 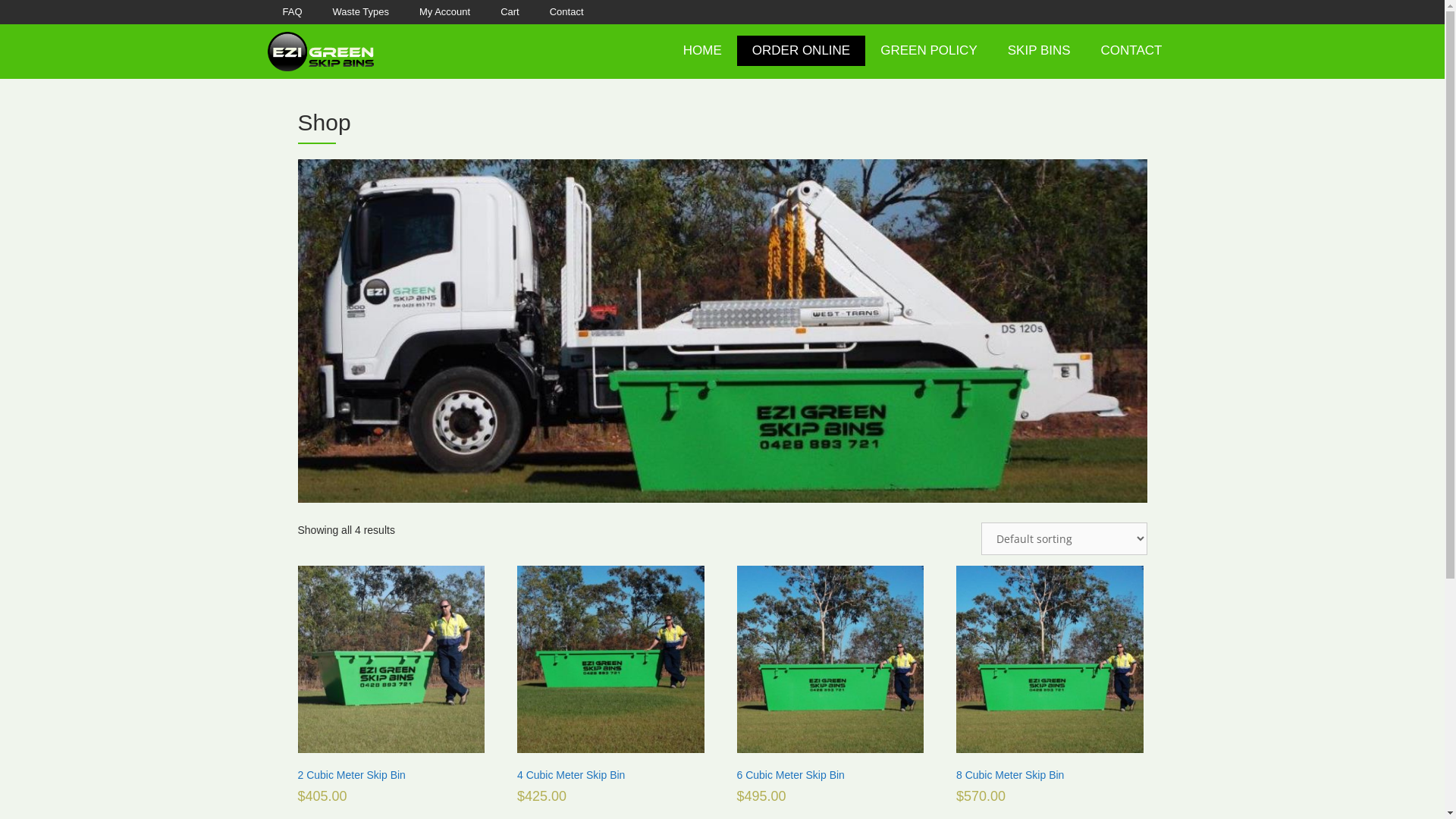 I want to click on 'GREEN POLICY', so click(x=927, y=49).